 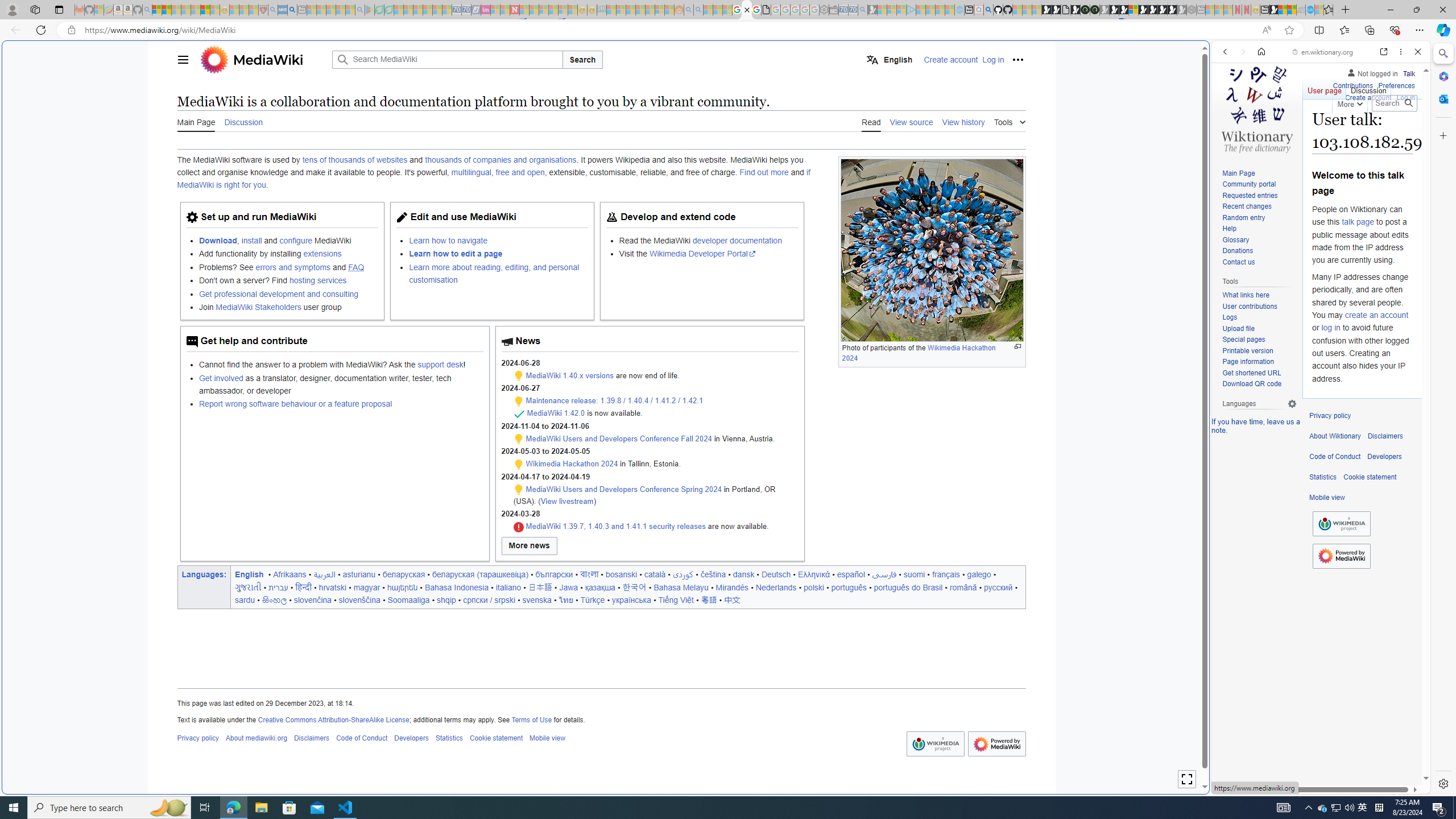 I want to click on 'Wikimedia Hackathon 2024', so click(x=572, y=464).